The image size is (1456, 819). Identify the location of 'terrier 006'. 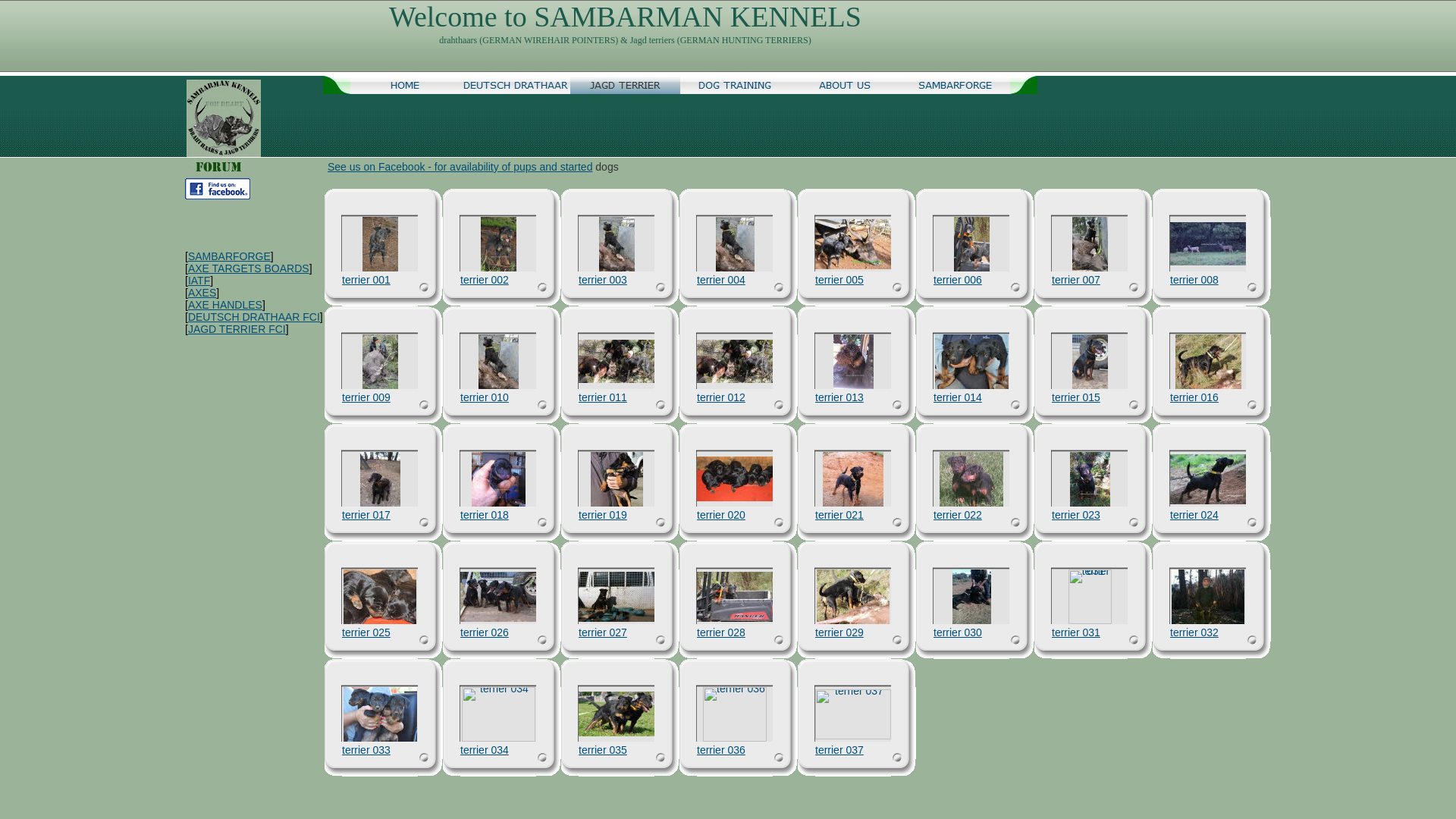
(956, 280).